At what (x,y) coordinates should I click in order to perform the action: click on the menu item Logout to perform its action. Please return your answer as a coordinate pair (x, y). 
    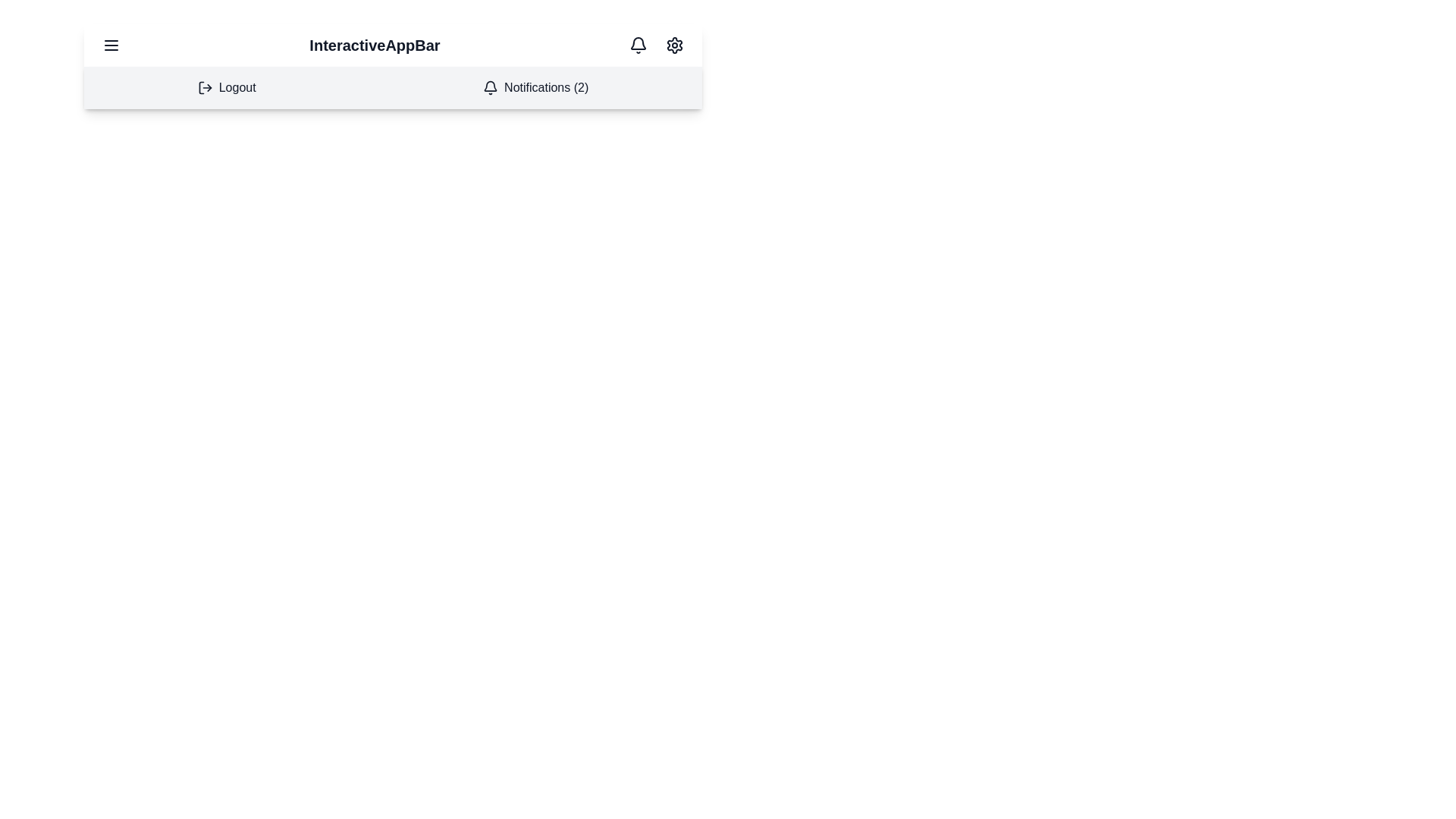
    Looking at the image, I should click on (225, 87).